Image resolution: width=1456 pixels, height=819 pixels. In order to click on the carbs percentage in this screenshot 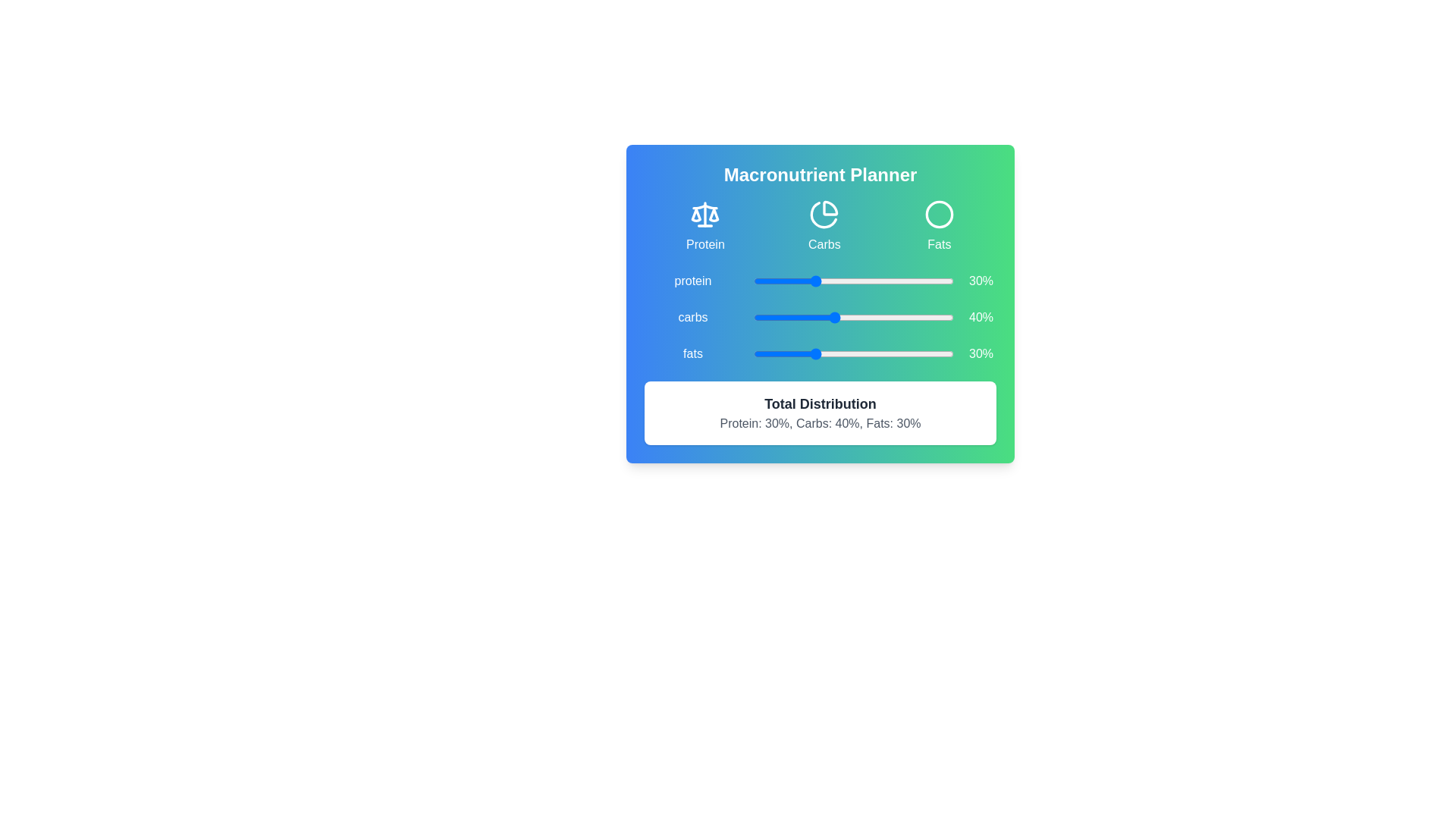, I will do `click(819, 317)`.